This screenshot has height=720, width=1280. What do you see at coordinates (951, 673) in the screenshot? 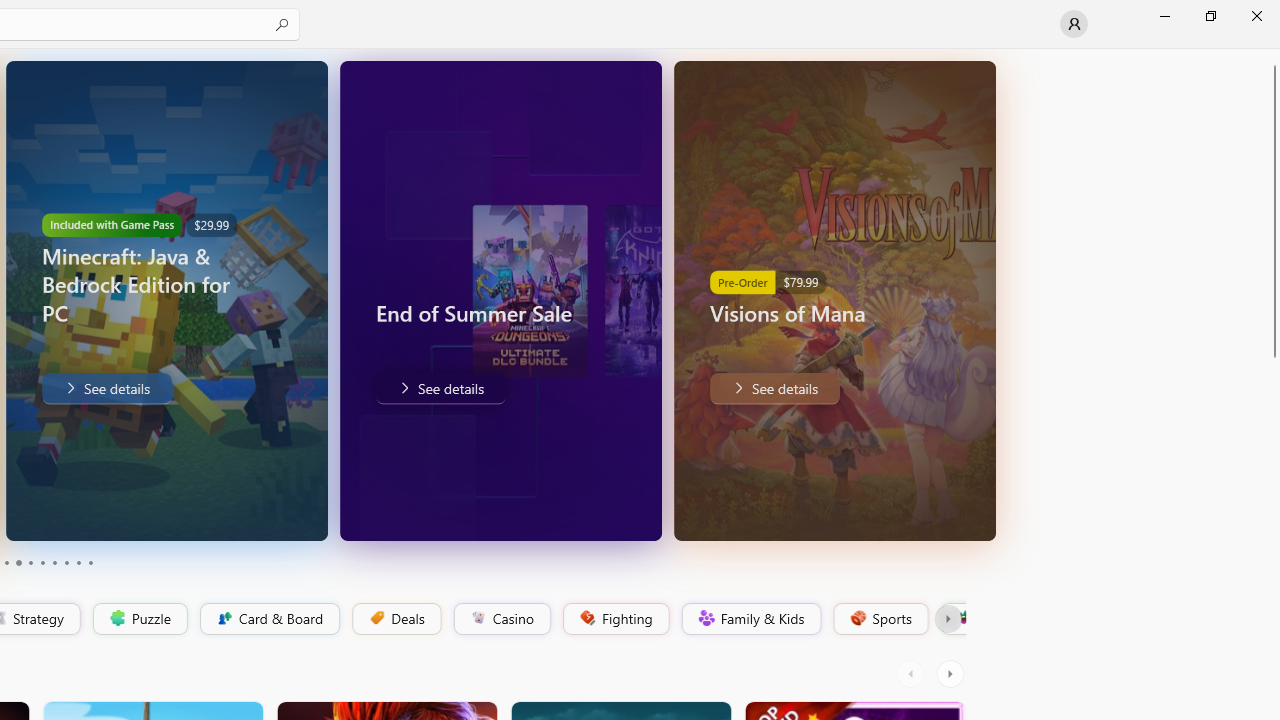
I see `'AutomationID: RightScrollButton'` at bounding box center [951, 673].